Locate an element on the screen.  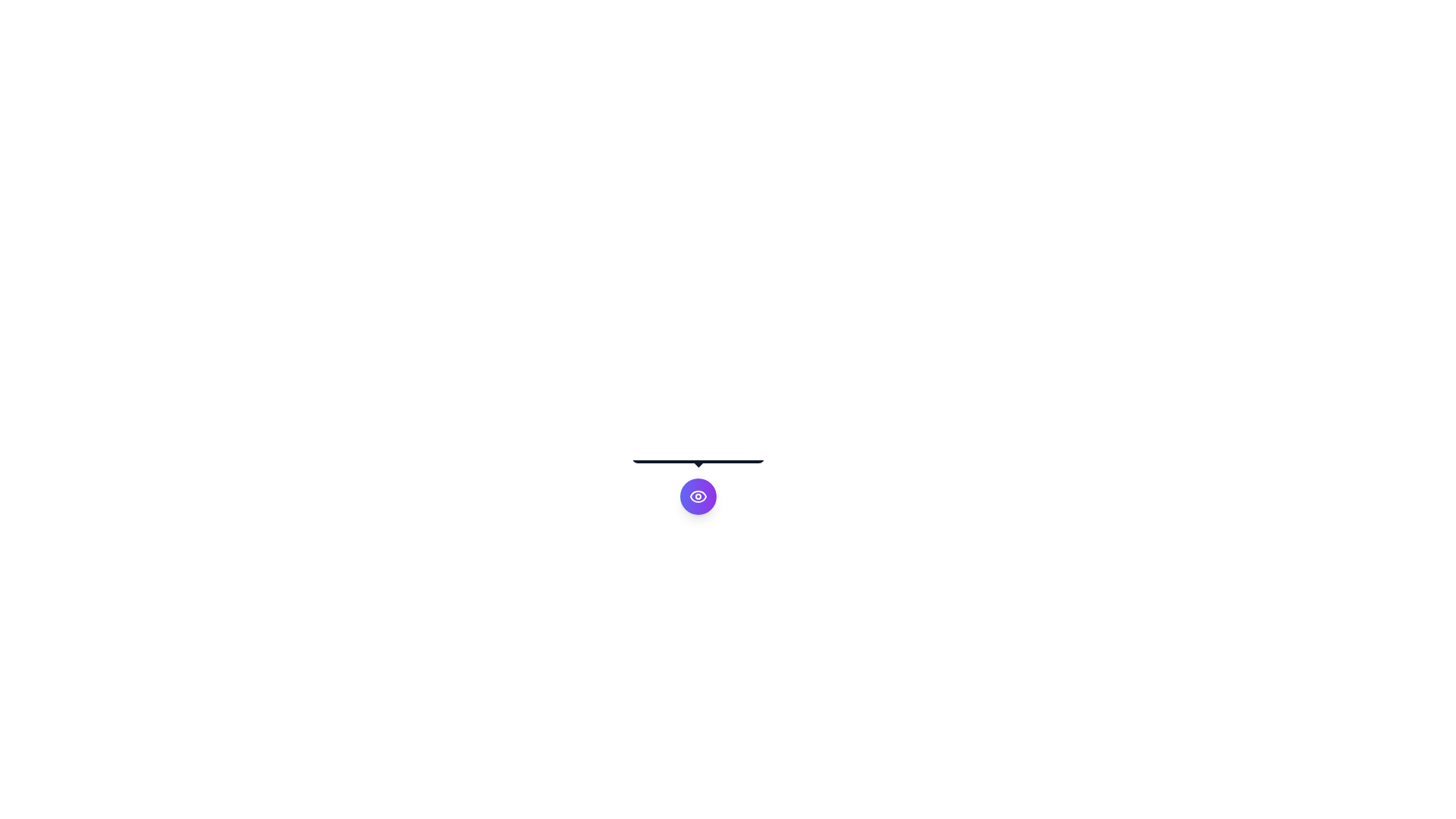
the eye-shaped icon with a circular purple background is located at coordinates (698, 497).